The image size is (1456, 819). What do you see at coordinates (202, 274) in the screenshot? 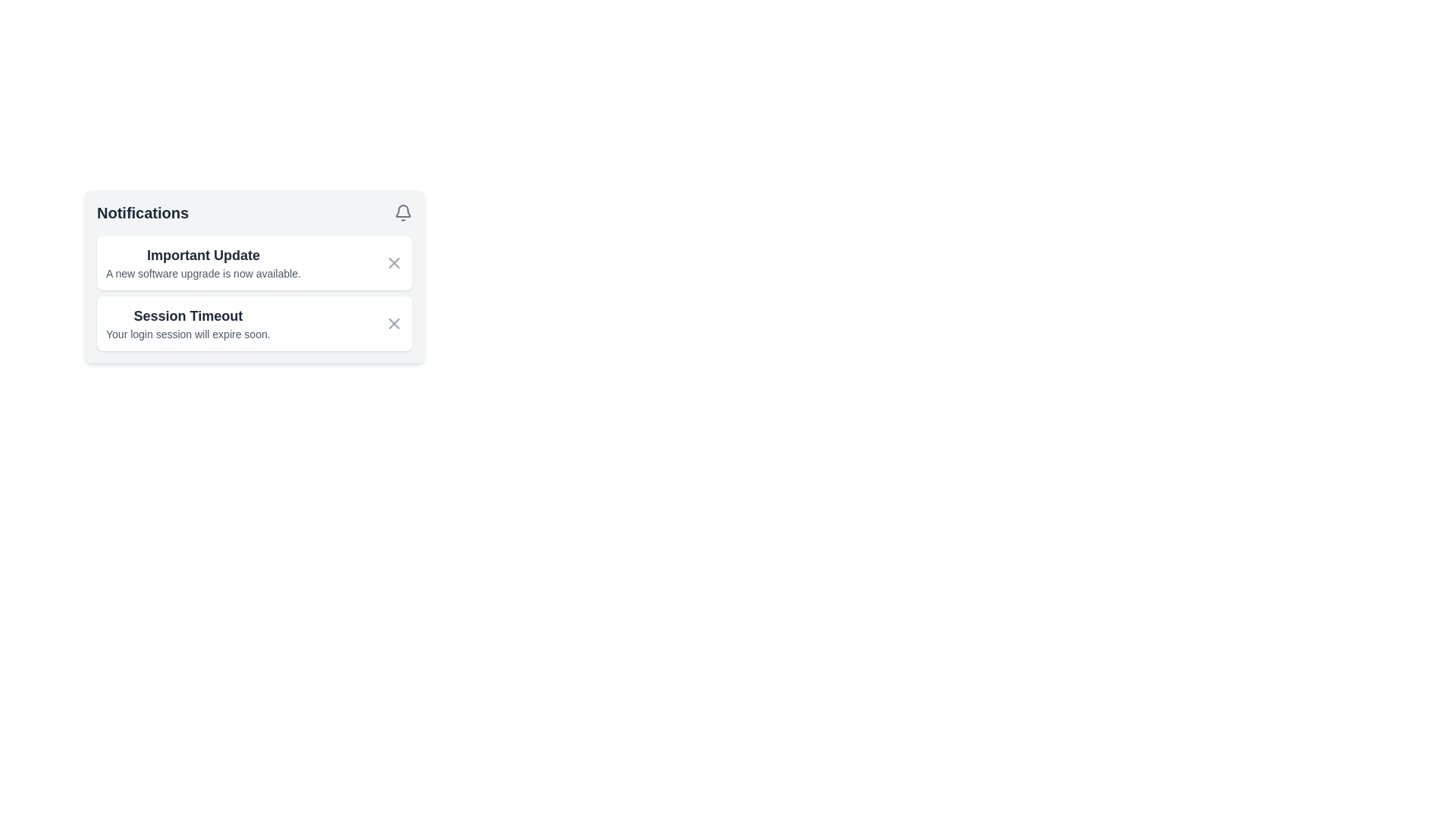
I see `text label that displays 'A new software upgrade is now available.' located under the heading 'Important Update' in the notification card` at bounding box center [202, 274].